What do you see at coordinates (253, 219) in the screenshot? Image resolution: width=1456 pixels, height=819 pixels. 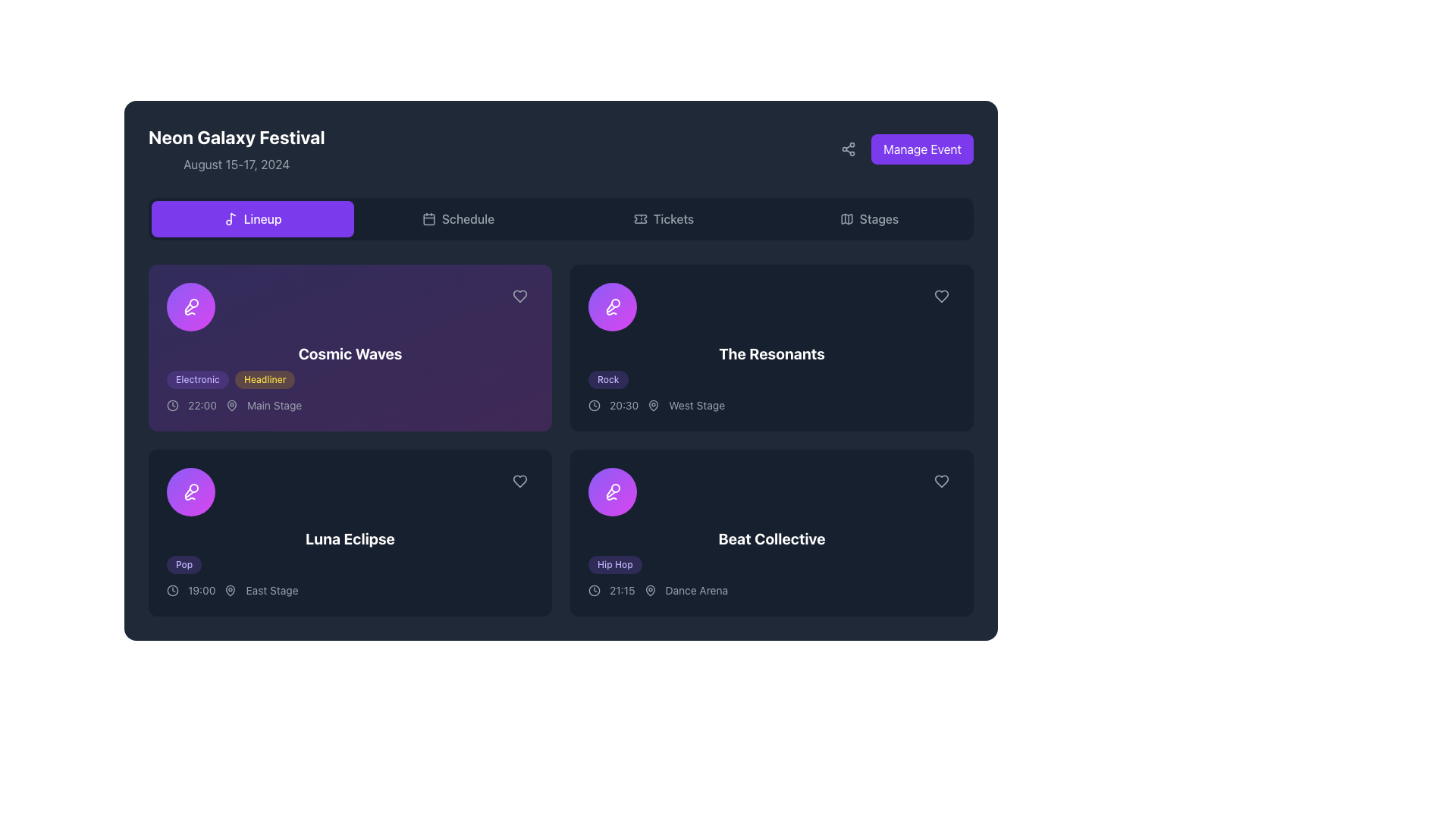 I see `the 'Lineup' navigational button, which is the first button in a group of four buttons at the top of the interface` at bounding box center [253, 219].